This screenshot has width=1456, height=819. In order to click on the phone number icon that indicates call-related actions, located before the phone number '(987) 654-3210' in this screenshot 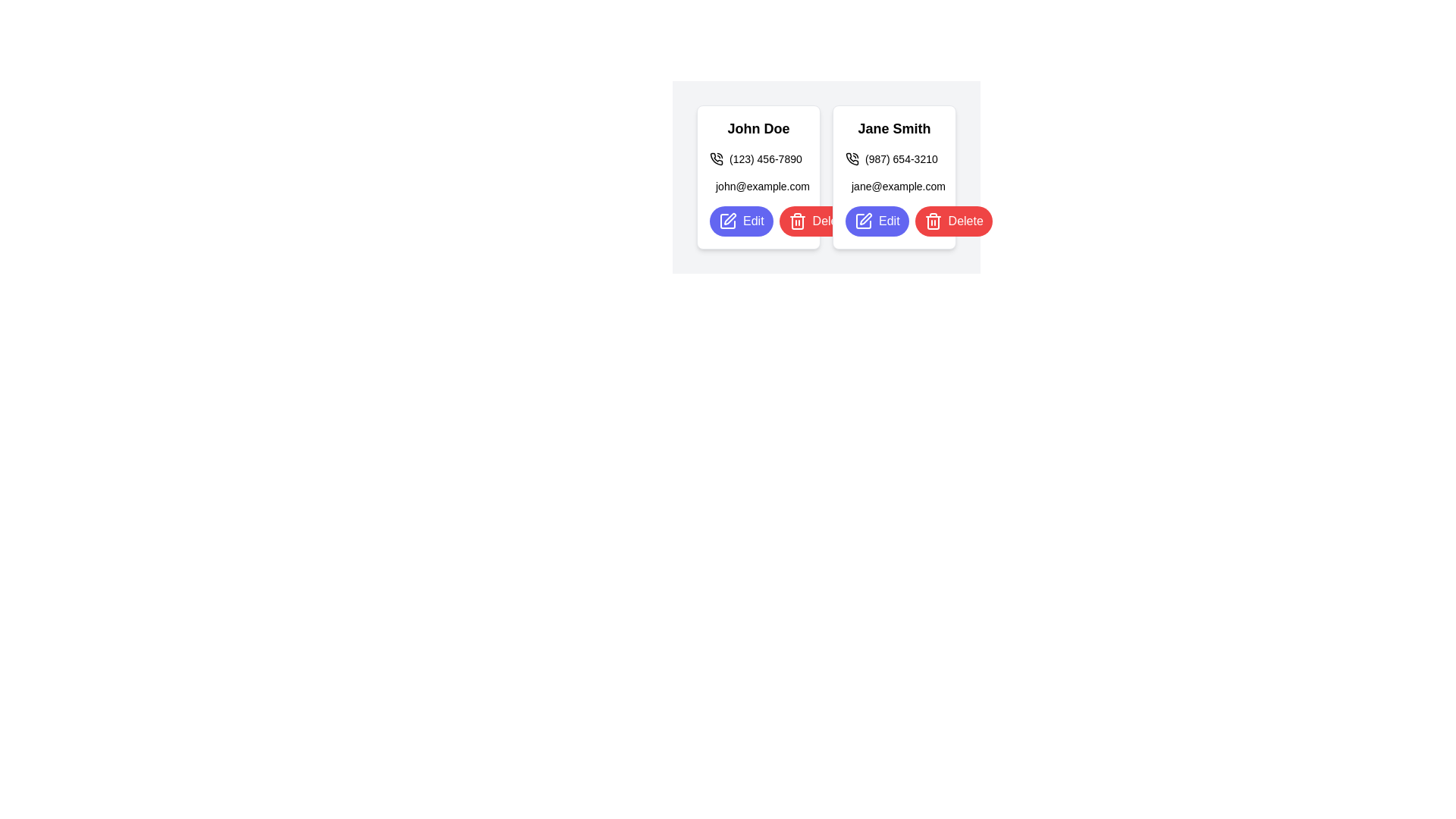, I will do `click(852, 158)`.